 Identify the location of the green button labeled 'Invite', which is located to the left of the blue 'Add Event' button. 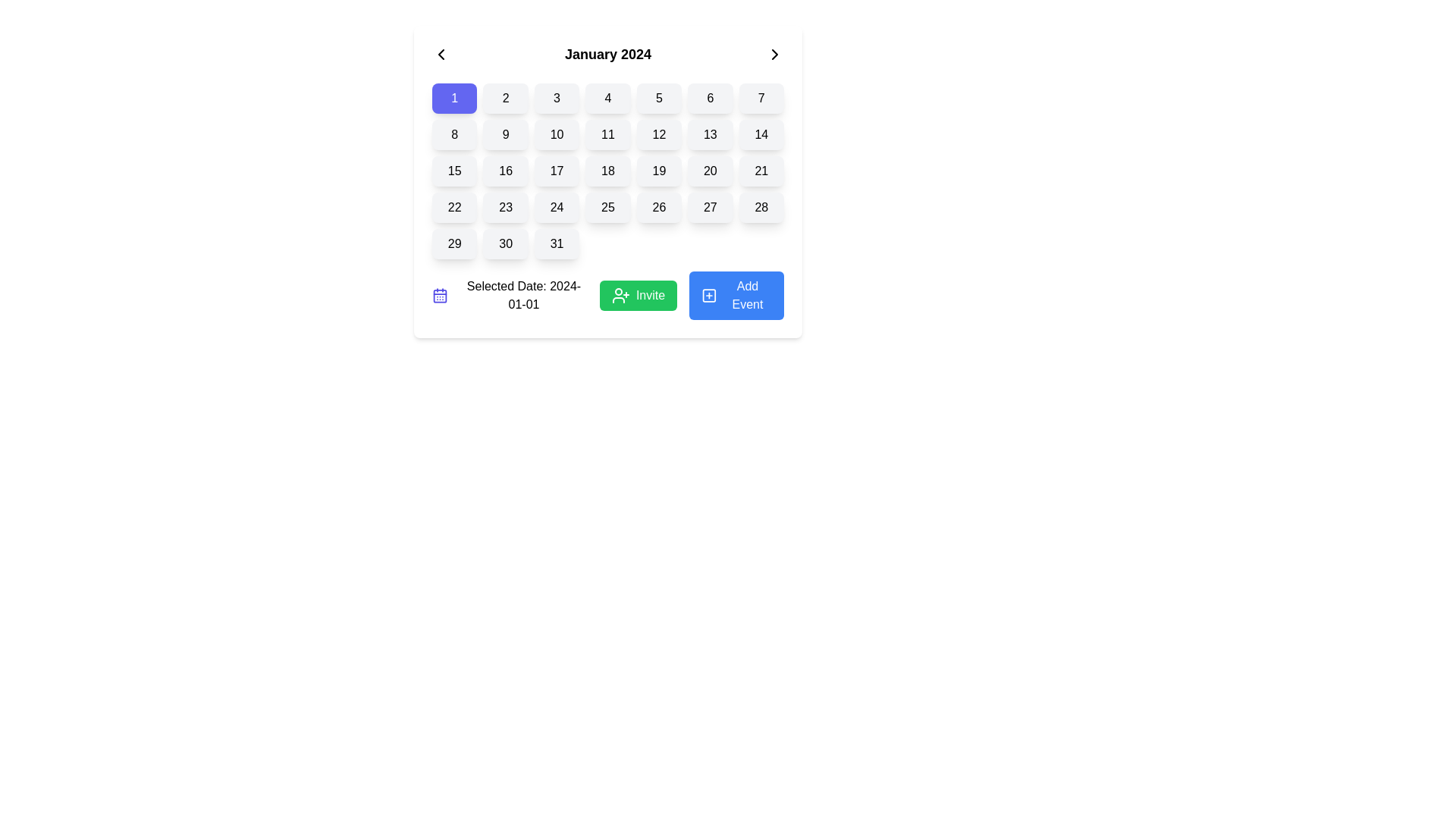
(651, 295).